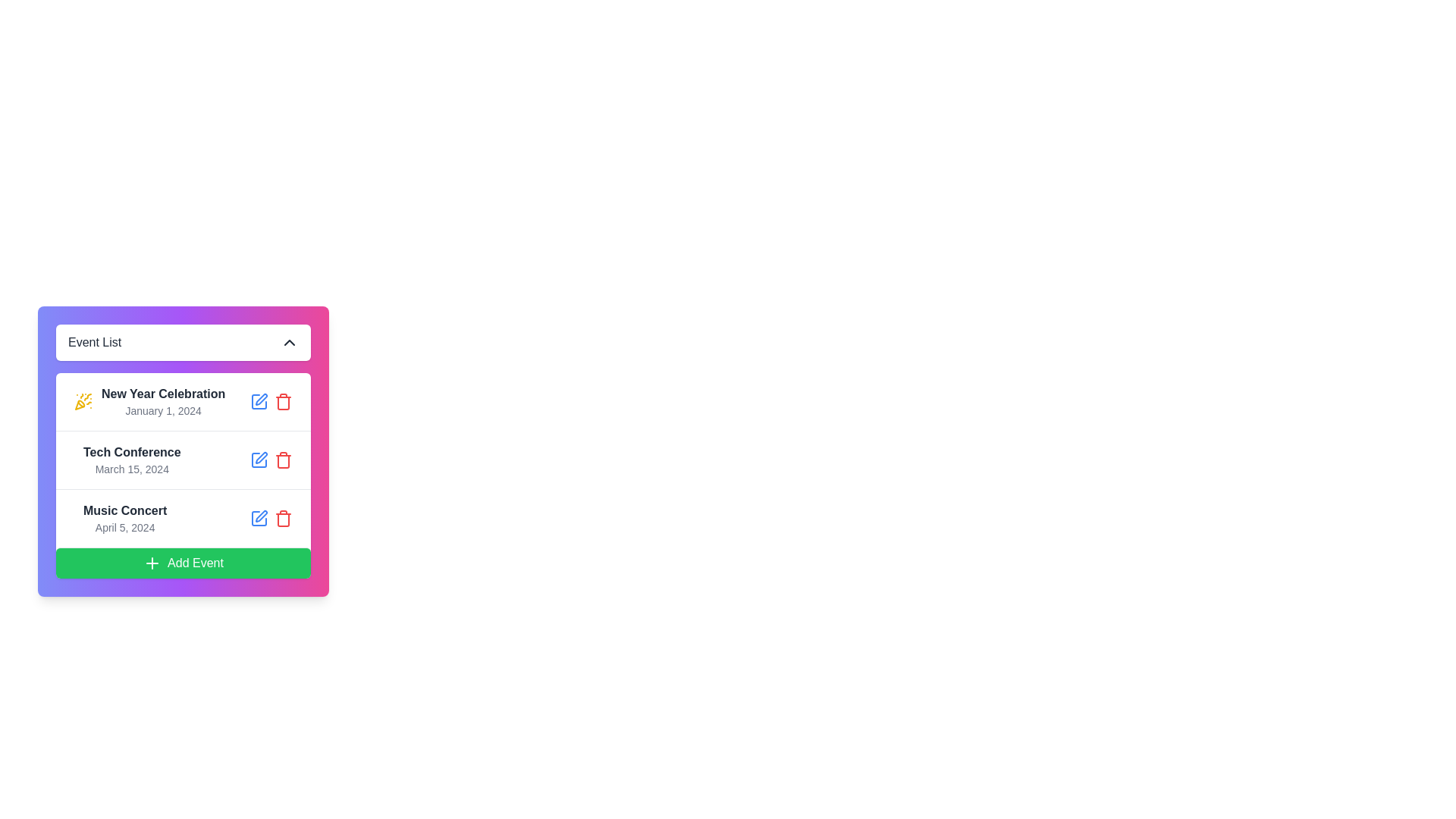 This screenshot has height=819, width=1456. I want to click on the delete button located at the far-right of the 'Tech Conference, March 15, 2024' row, so click(284, 459).